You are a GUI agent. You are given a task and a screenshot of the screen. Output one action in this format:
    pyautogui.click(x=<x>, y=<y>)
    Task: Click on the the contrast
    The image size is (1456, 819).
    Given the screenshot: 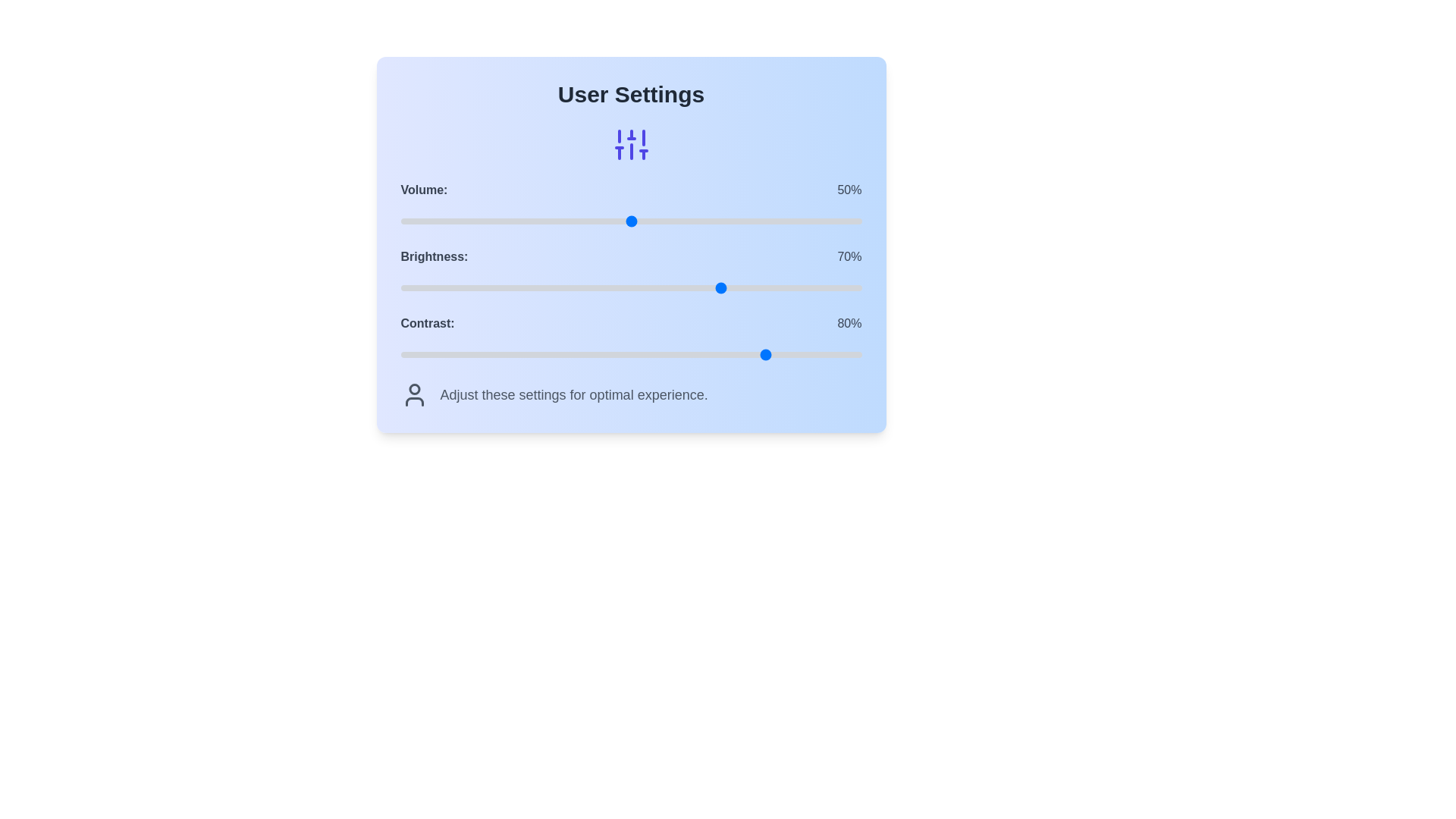 What is the action you would take?
    pyautogui.click(x=779, y=354)
    